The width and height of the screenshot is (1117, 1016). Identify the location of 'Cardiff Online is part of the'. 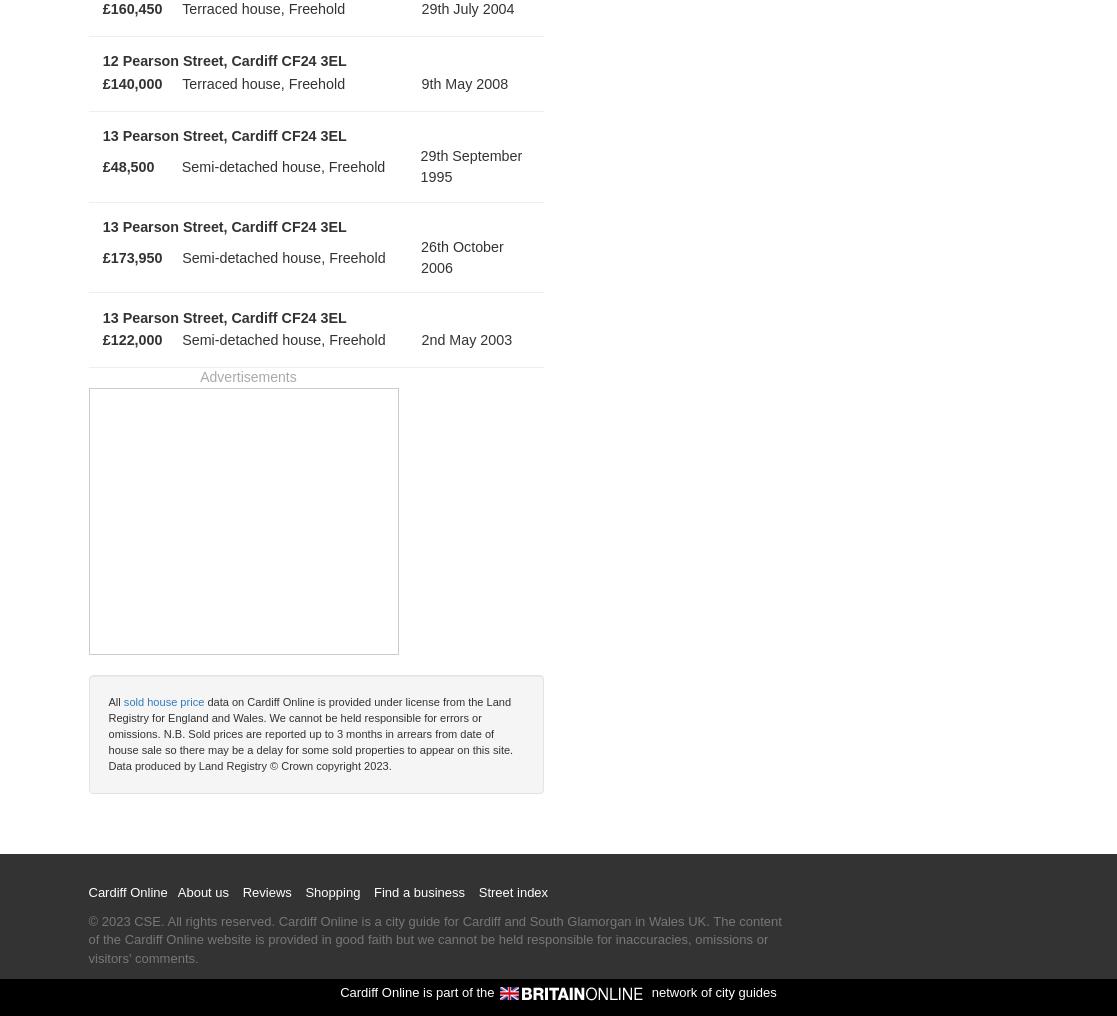
(339, 991).